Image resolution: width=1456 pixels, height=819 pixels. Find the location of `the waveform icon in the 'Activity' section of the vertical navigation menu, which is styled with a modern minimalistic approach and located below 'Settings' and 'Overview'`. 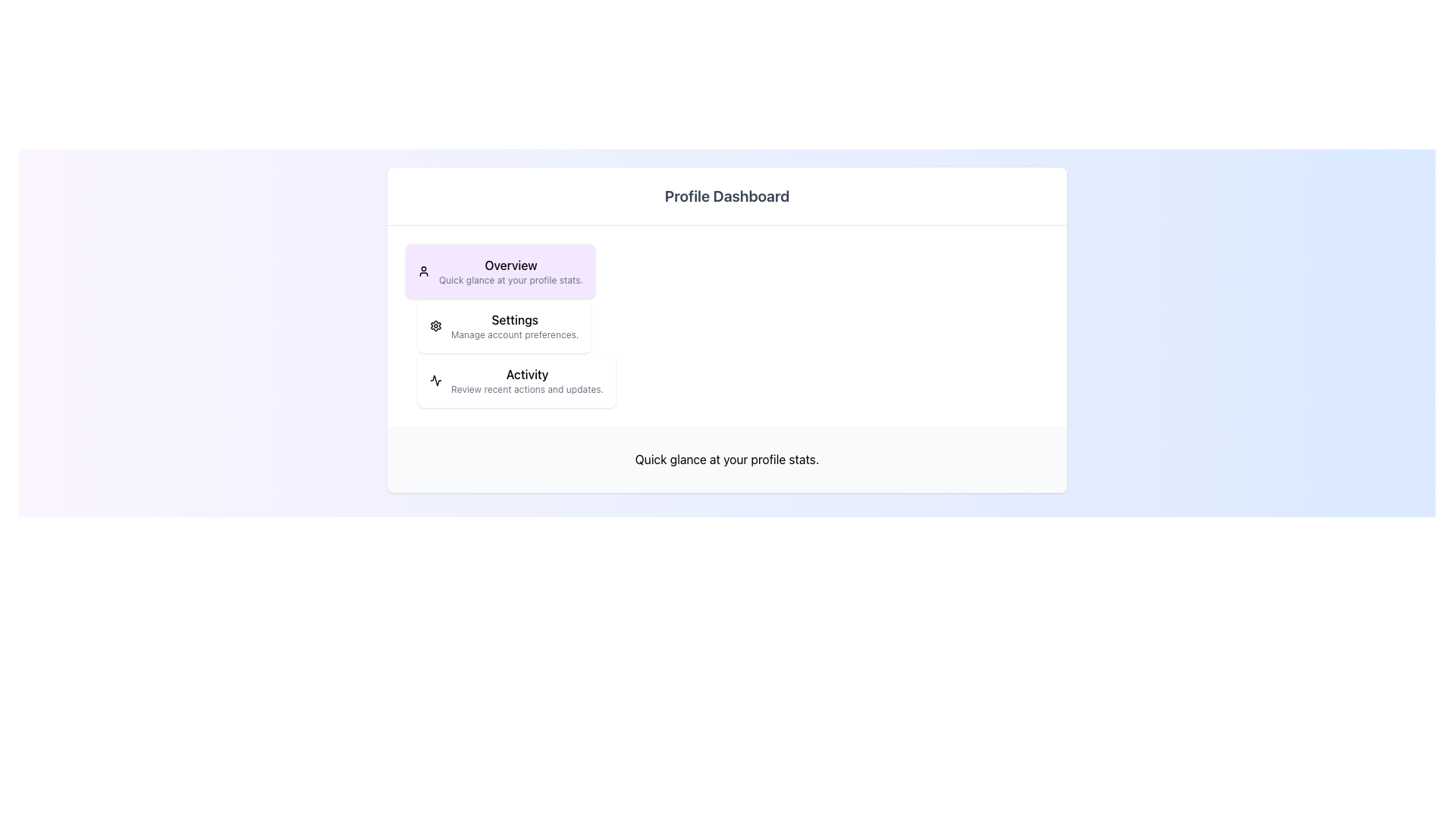

the waveform icon in the 'Activity' section of the vertical navigation menu, which is styled with a modern minimalistic approach and located below 'Settings' and 'Overview' is located at coordinates (435, 379).